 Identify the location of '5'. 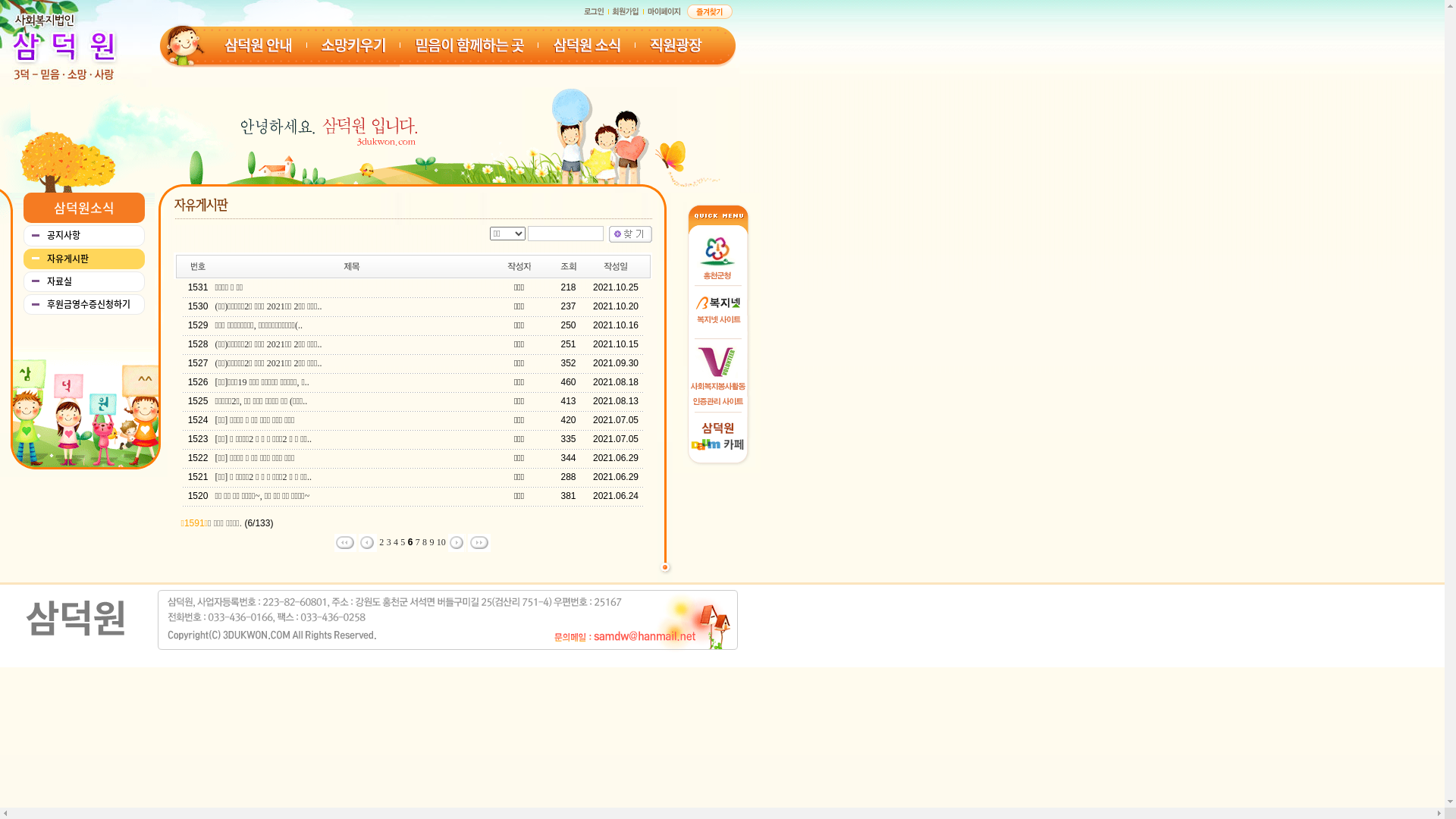
(403, 541).